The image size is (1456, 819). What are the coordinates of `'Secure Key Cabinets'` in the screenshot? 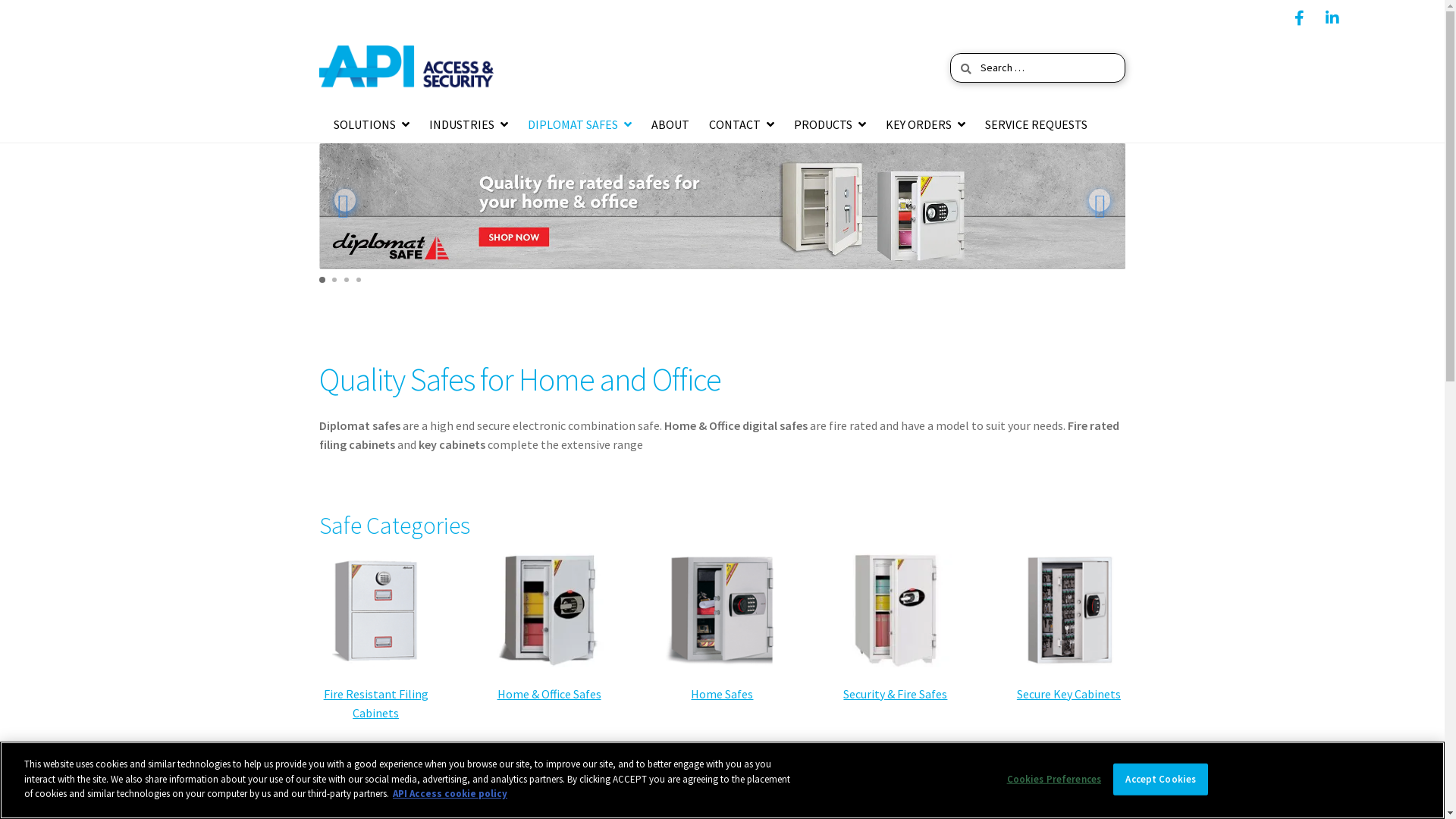 It's located at (1068, 693).